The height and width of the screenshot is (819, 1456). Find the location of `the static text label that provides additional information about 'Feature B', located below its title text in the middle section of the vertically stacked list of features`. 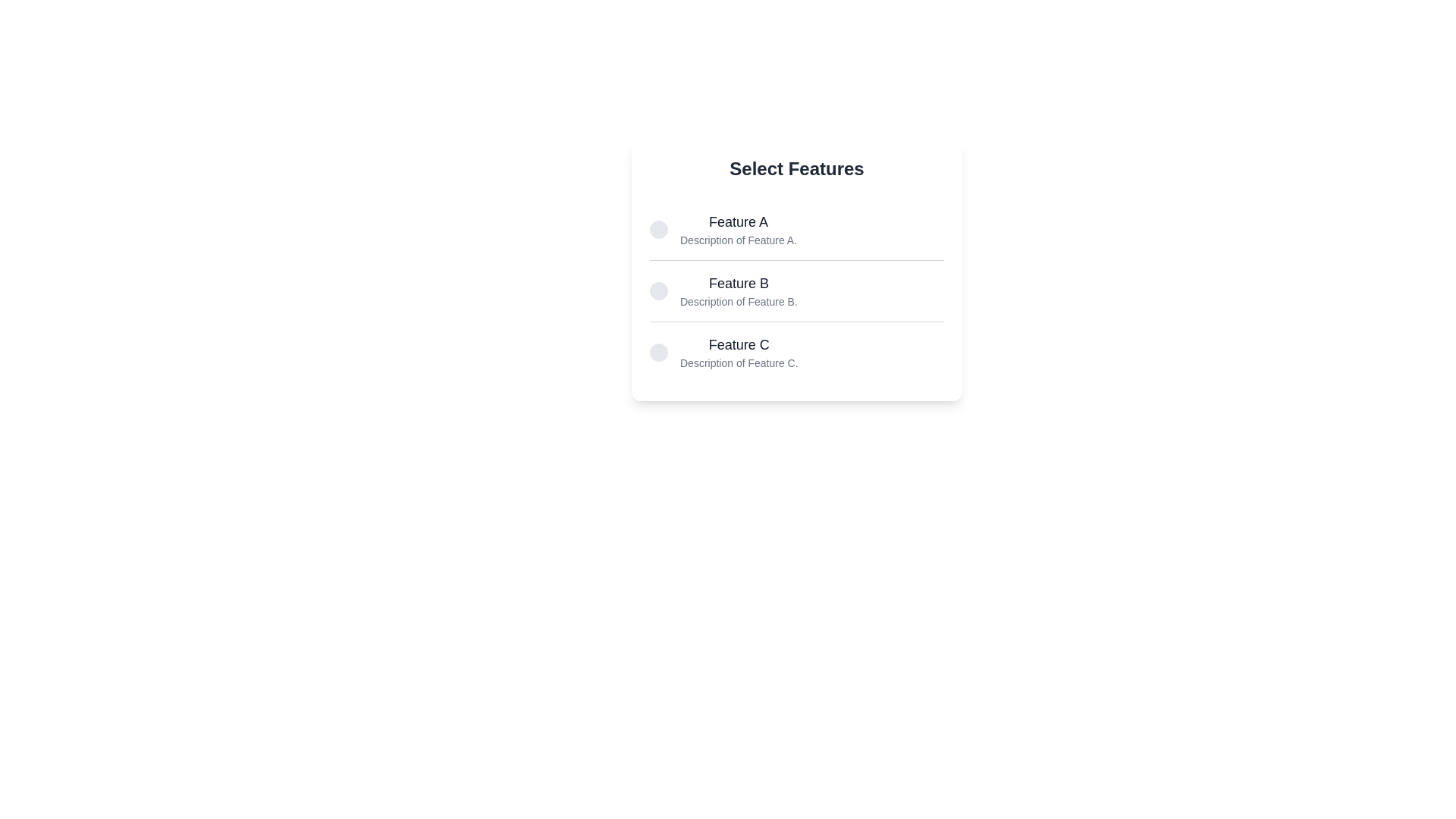

the static text label that provides additional information about 'Feature B', located below its title text in the middle section of the vertically stacked list of features is located at coordinates (739, 301).